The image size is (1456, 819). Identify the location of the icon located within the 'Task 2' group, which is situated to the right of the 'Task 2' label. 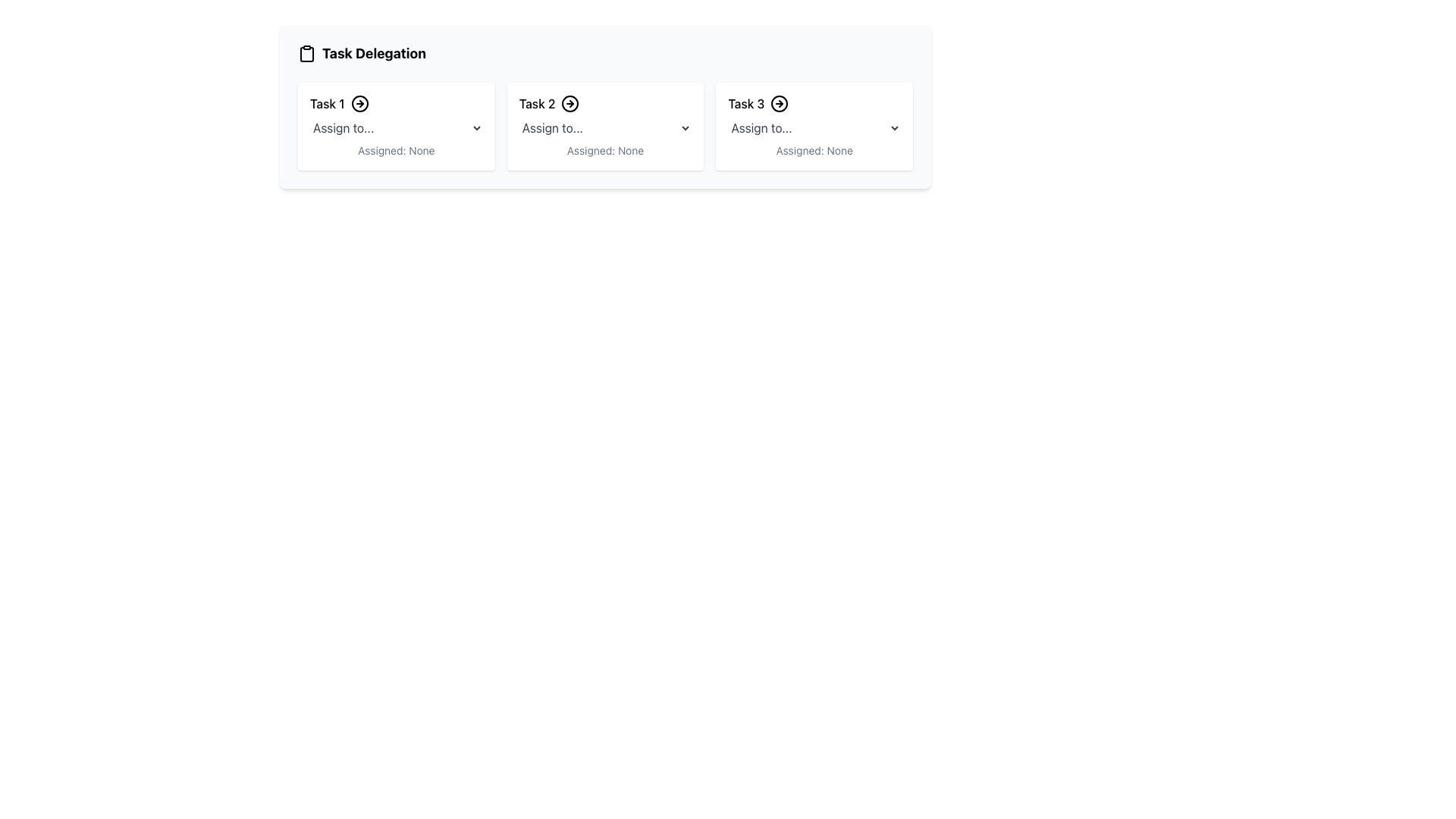
(570, 103).